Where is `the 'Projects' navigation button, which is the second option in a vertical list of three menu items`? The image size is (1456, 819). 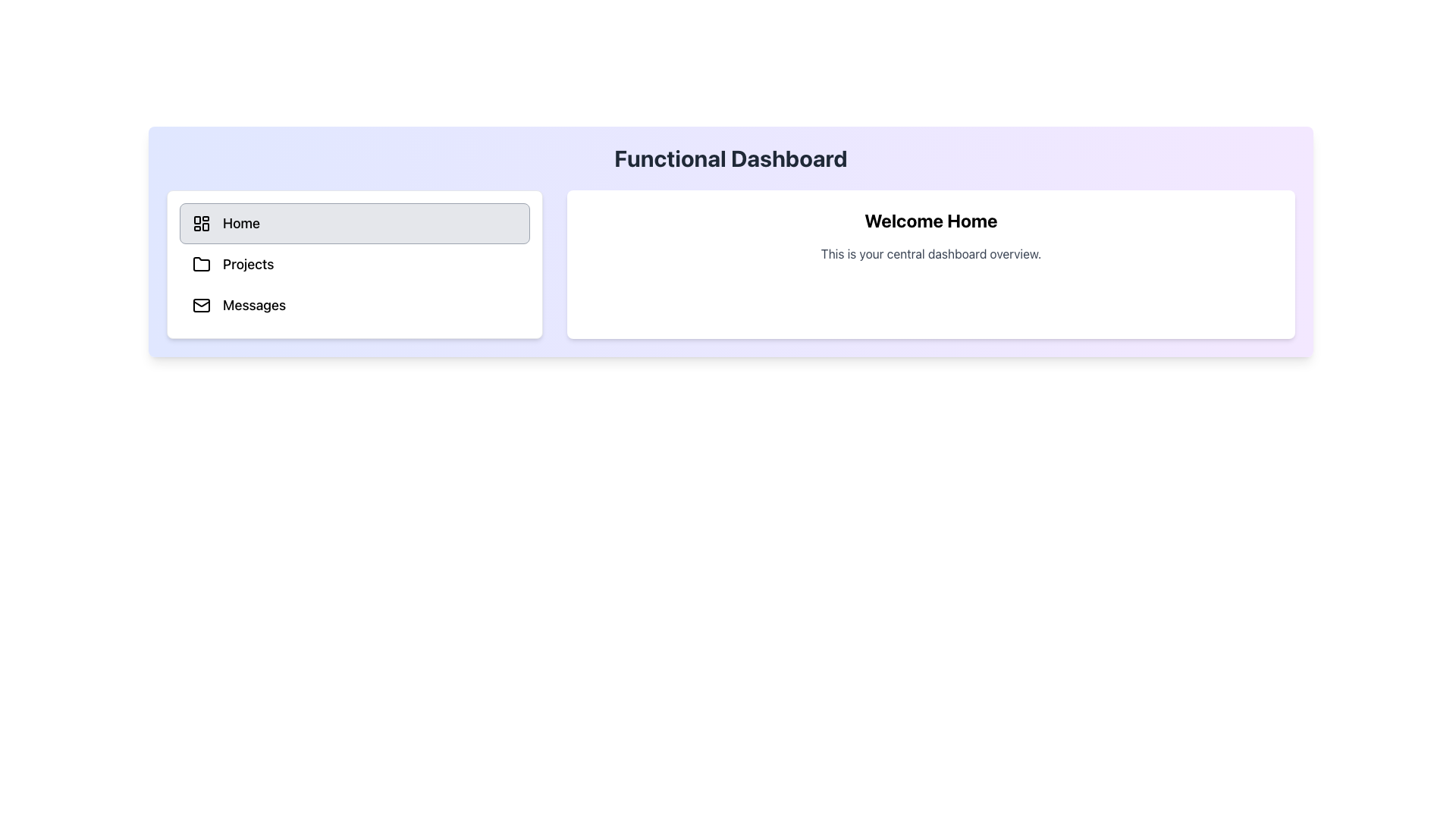 the 'Projects' navigation button, which is the second option in a vertical list of three menu items is located at coordinates (353, 263).